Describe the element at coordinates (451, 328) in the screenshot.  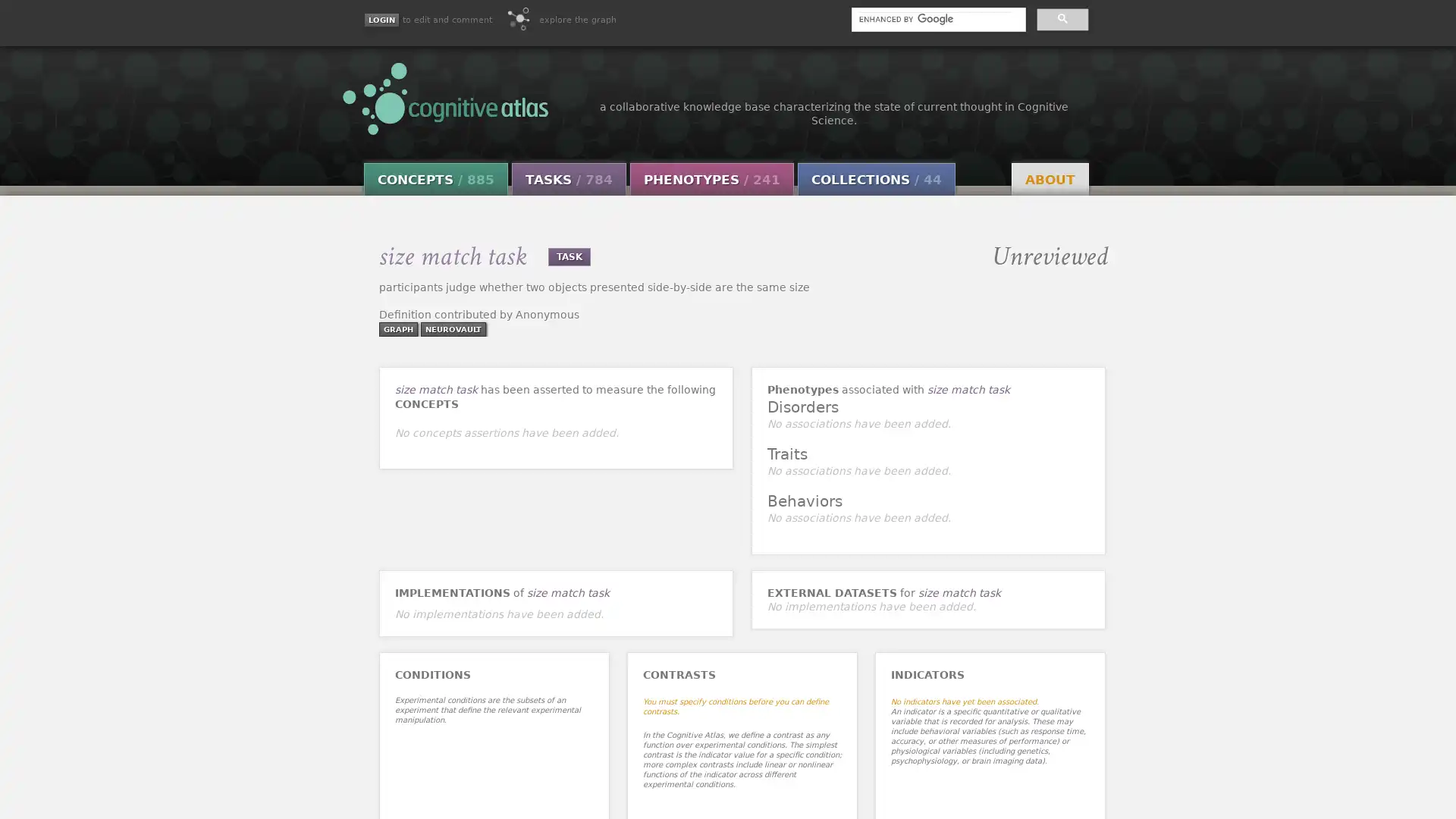
I see `NEUROVAULT` at that location.